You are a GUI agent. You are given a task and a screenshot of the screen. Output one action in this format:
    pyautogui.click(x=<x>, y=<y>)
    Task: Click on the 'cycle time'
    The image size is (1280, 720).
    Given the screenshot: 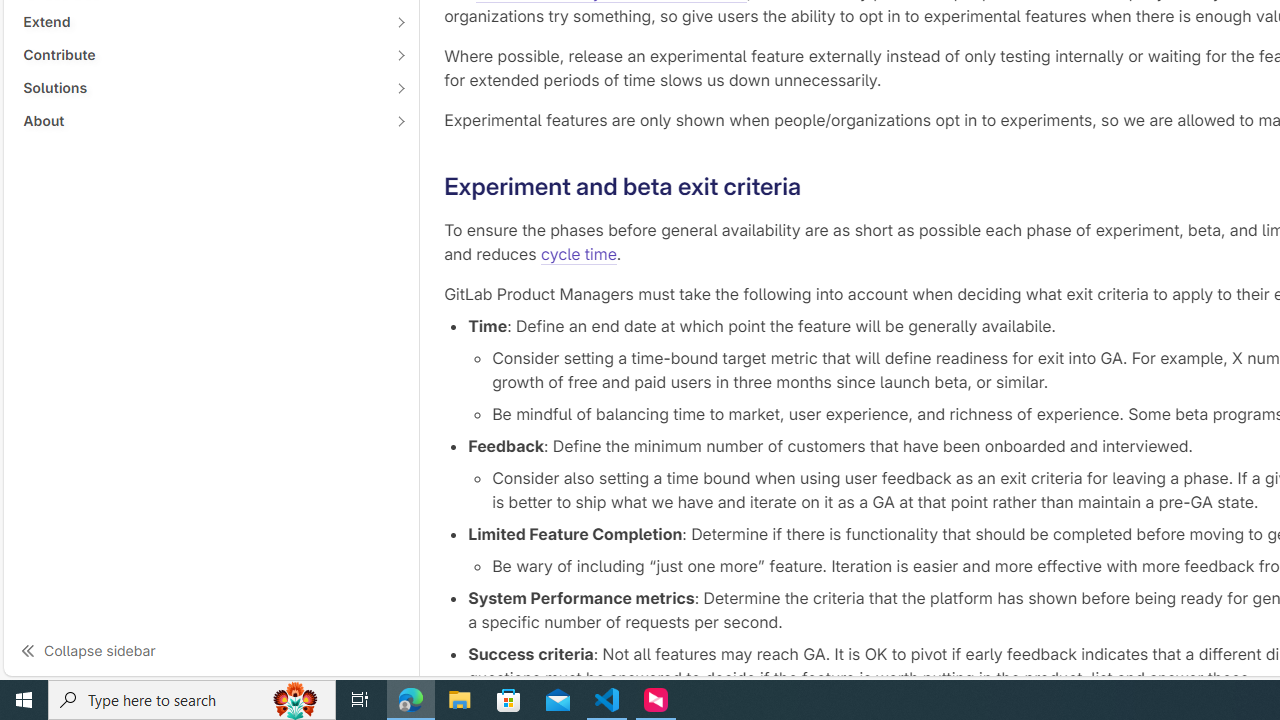 What is the action you would take?
    pyautogui.click(x=577, y=253)
    